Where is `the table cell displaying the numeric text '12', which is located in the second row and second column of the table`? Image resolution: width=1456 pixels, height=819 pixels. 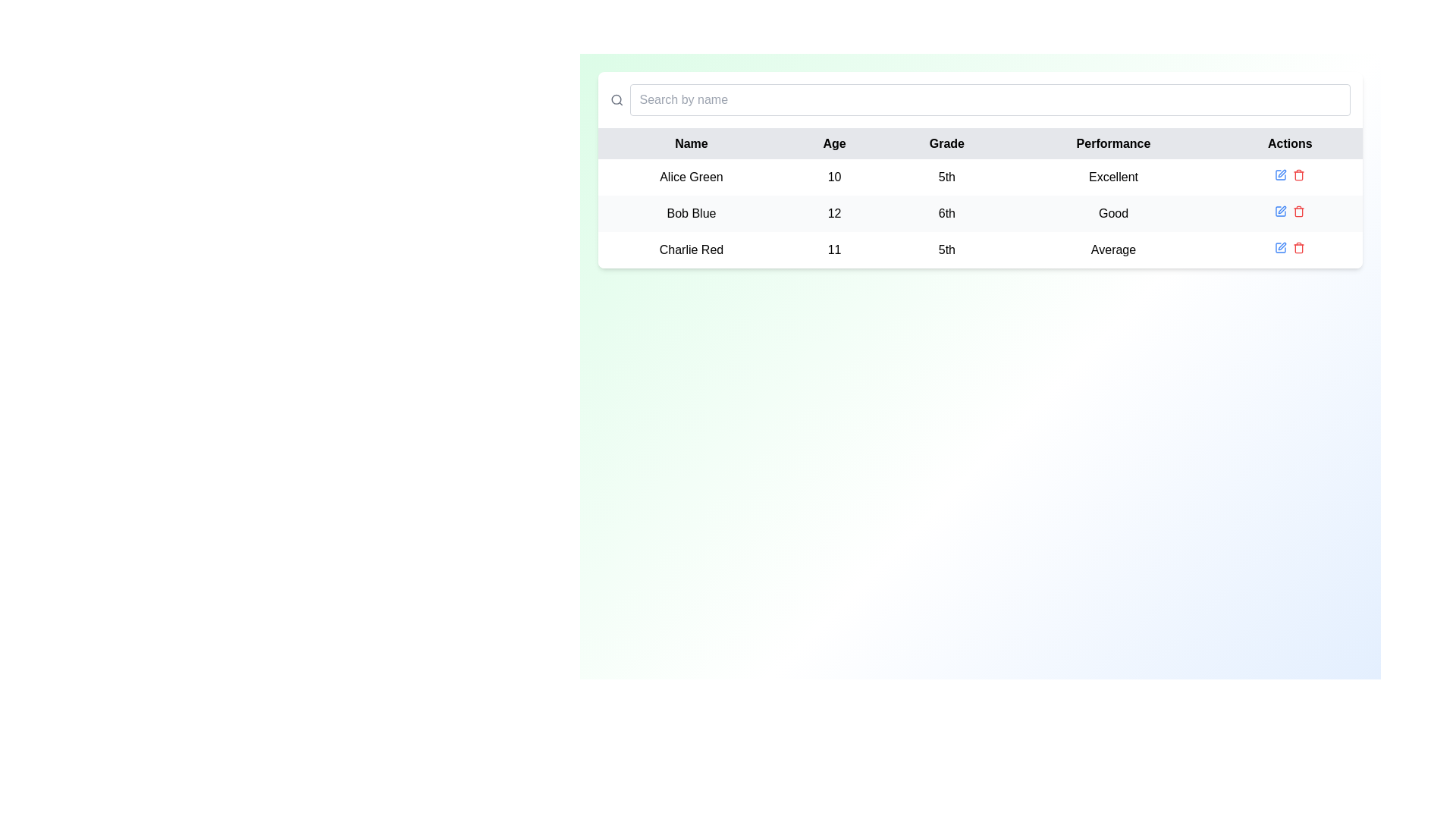
the table cell displaying the numeric text '12', which is located in the second row and second column of the table is located at coordinates (833, 213).